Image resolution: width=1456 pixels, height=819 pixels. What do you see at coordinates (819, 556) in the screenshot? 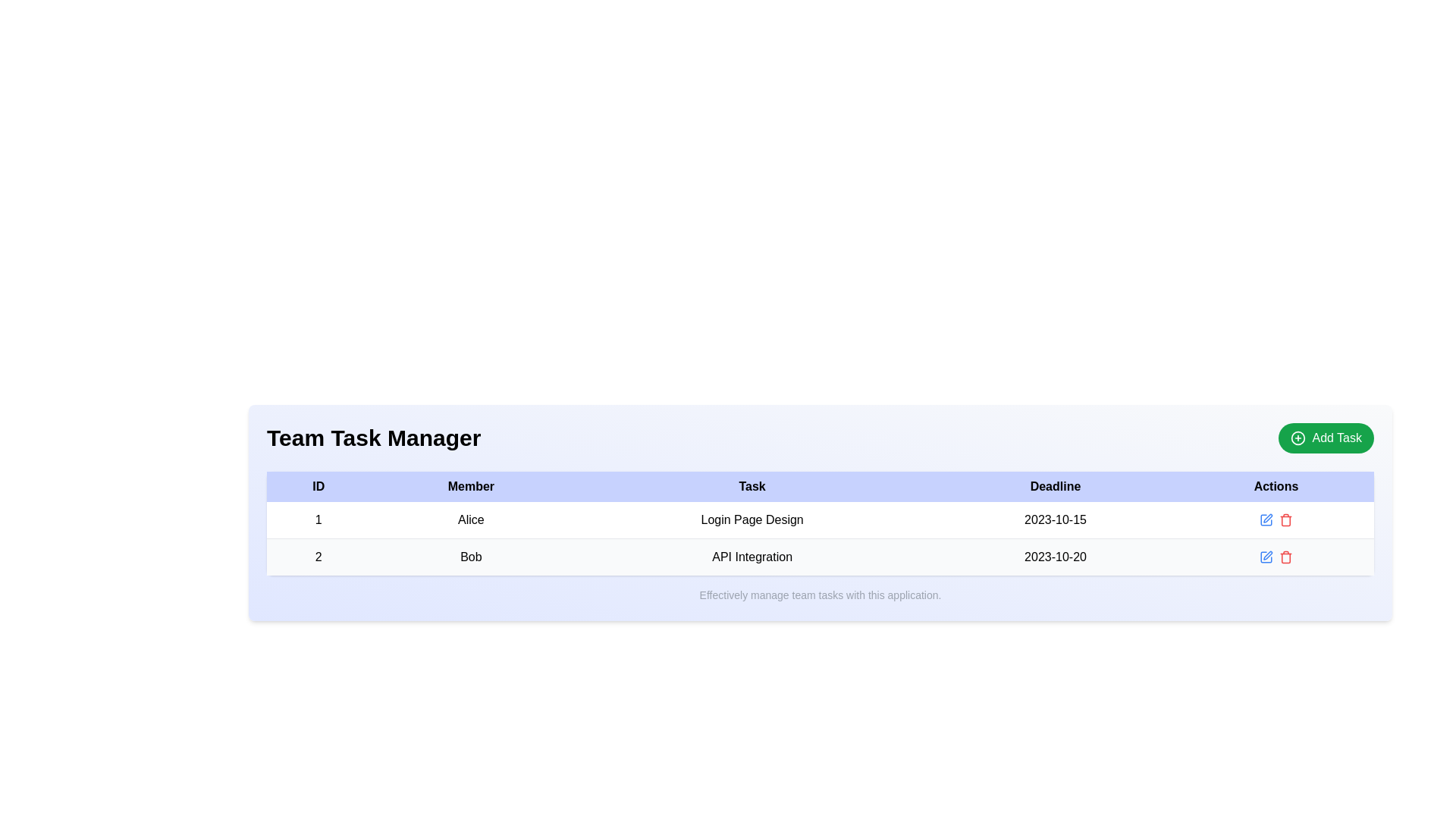
I see `the table row containing details for item ID '2', member name 'Bob', task description 'API Integration', and deadline '2023-10-20'` at bounding box center [819, 556].